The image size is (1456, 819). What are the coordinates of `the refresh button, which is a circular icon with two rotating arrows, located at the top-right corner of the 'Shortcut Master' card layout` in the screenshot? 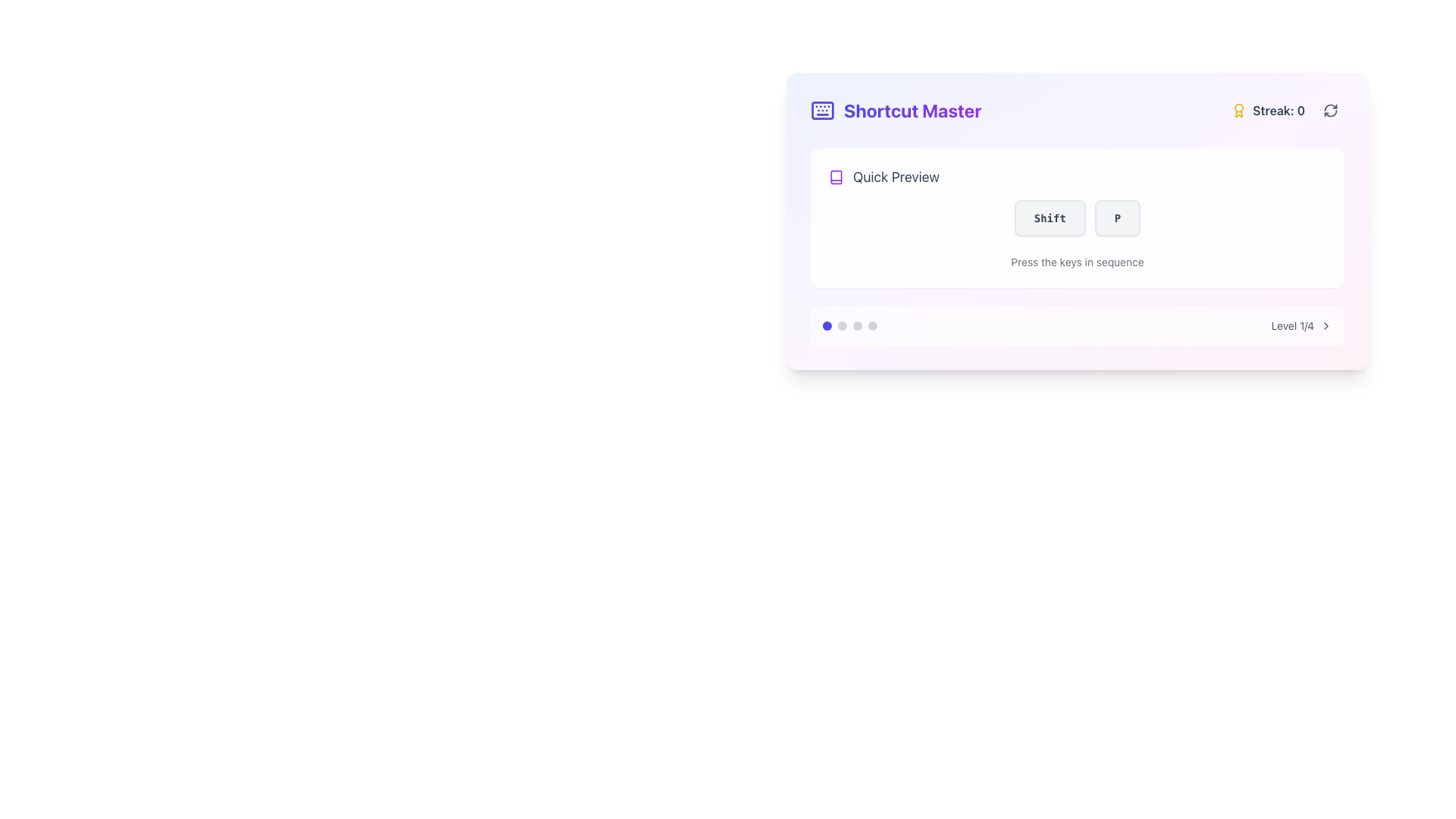 It's located at (1330, 110).